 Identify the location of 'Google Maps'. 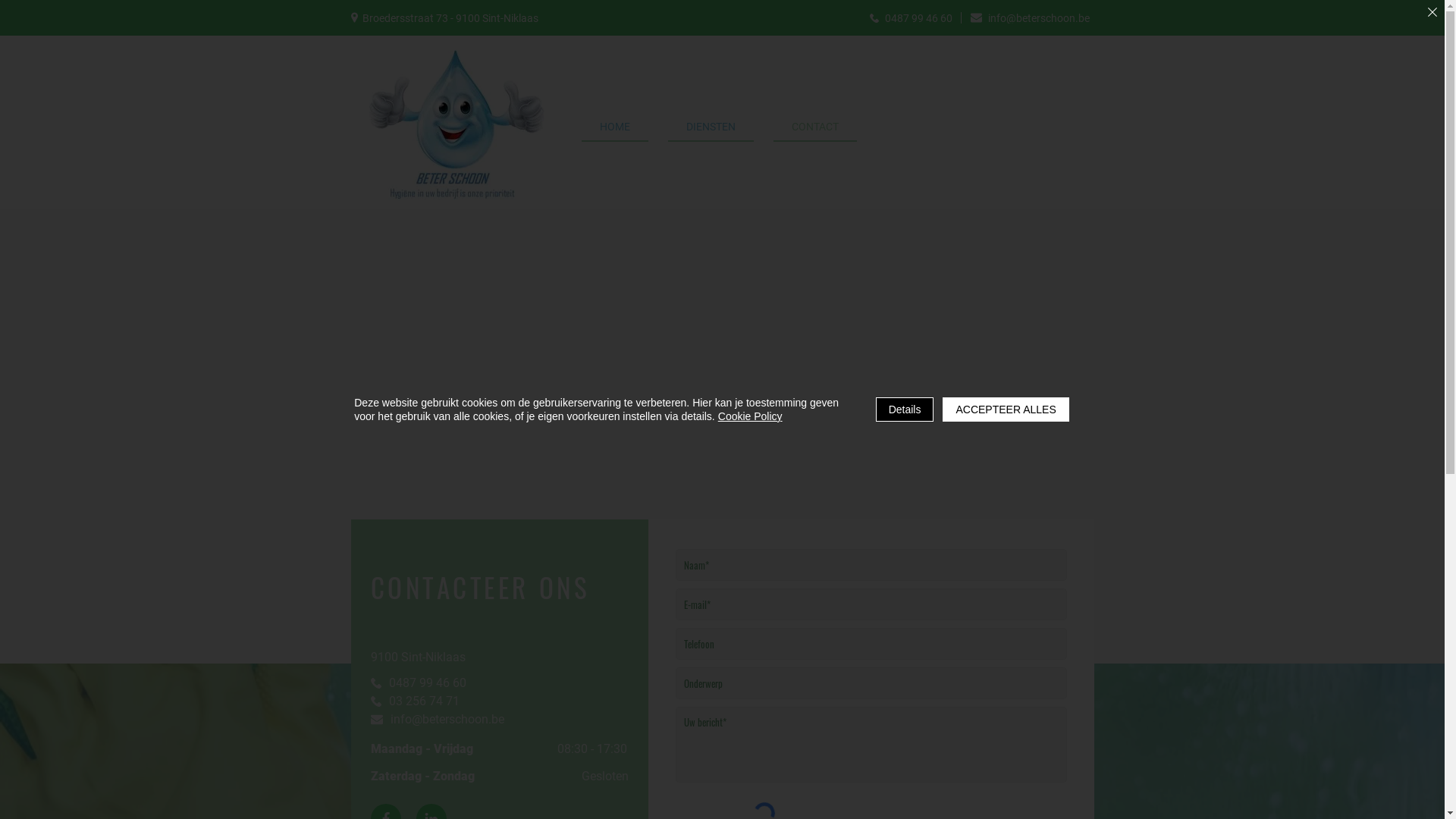
(0, 435).